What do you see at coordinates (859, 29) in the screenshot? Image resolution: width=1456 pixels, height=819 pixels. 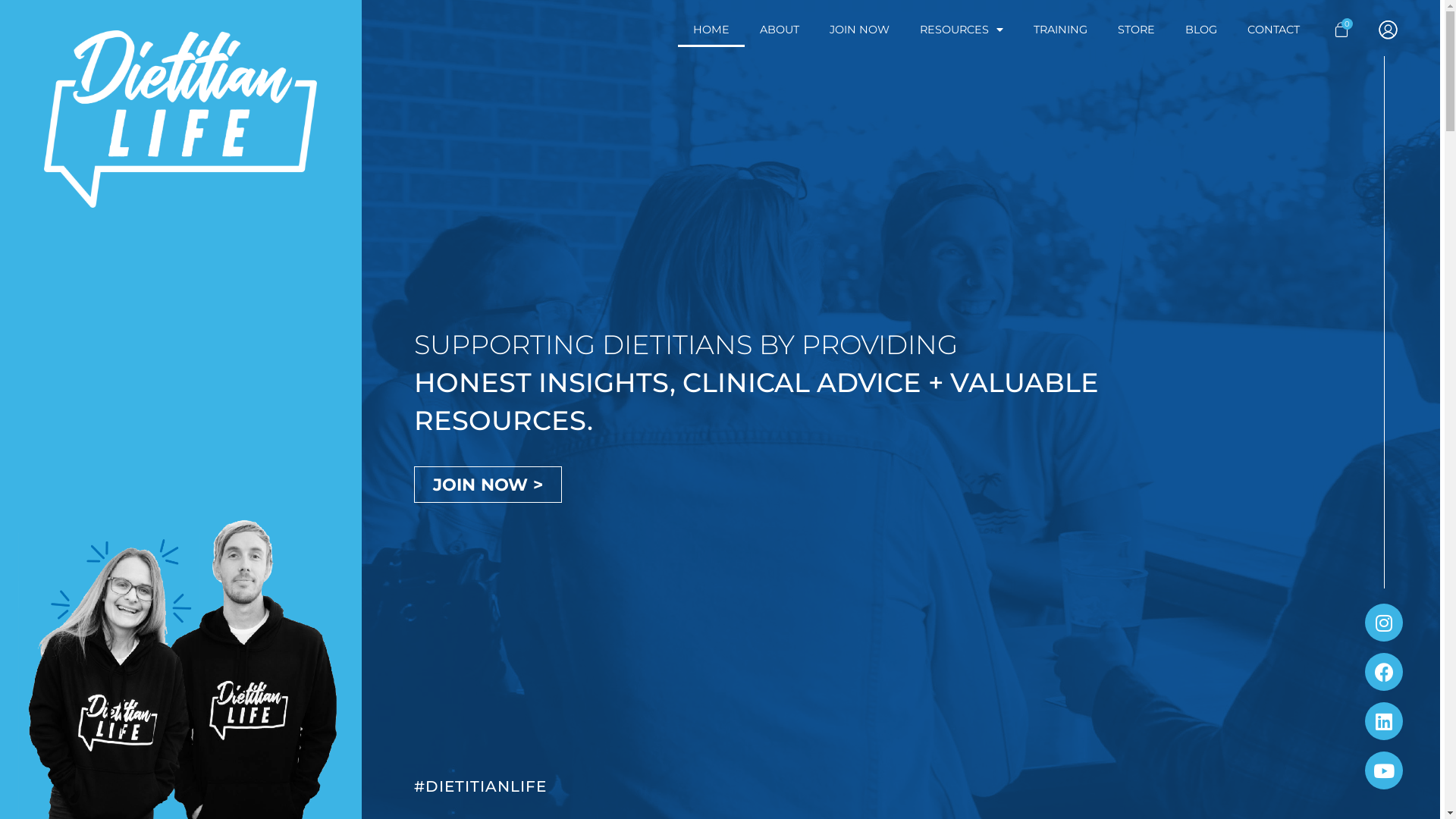 I see `'JOIN NOW'` at bounding box center [859, 29].